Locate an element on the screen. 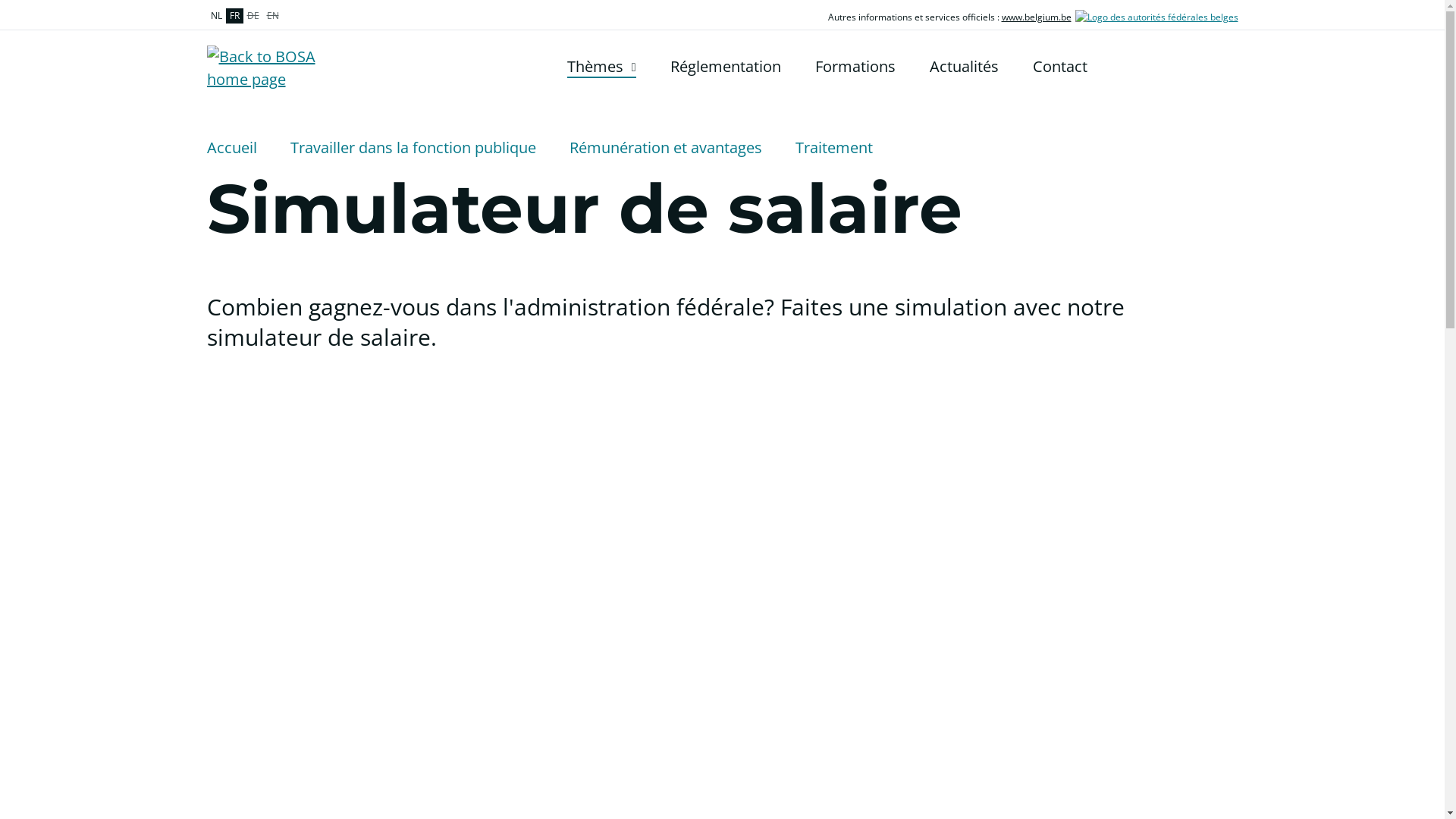  'Formations' is located at coordinates (855, 66).